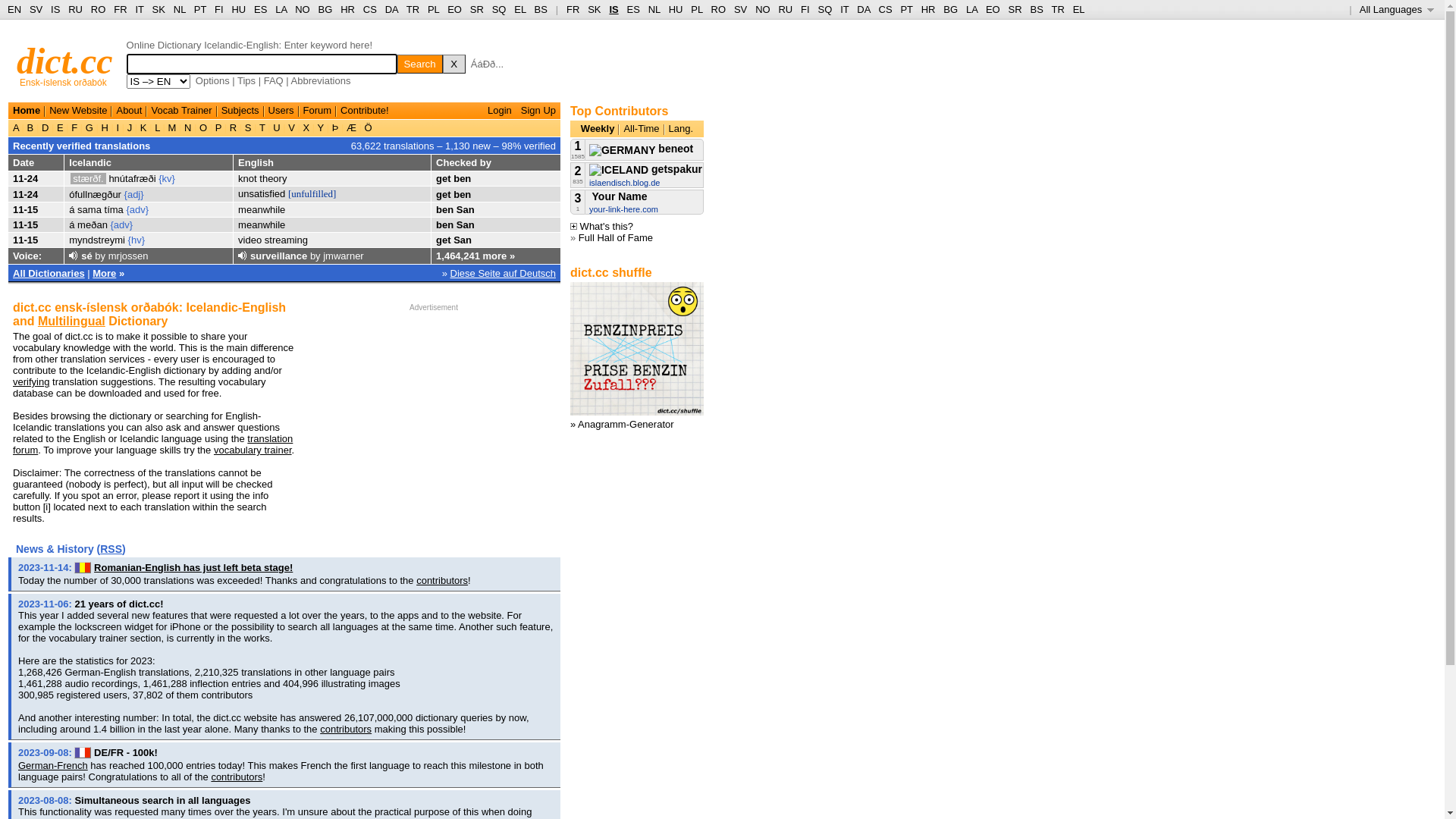 This screenshot has height=819, width=1456. I want to click on 'ben', so click(444, 224).